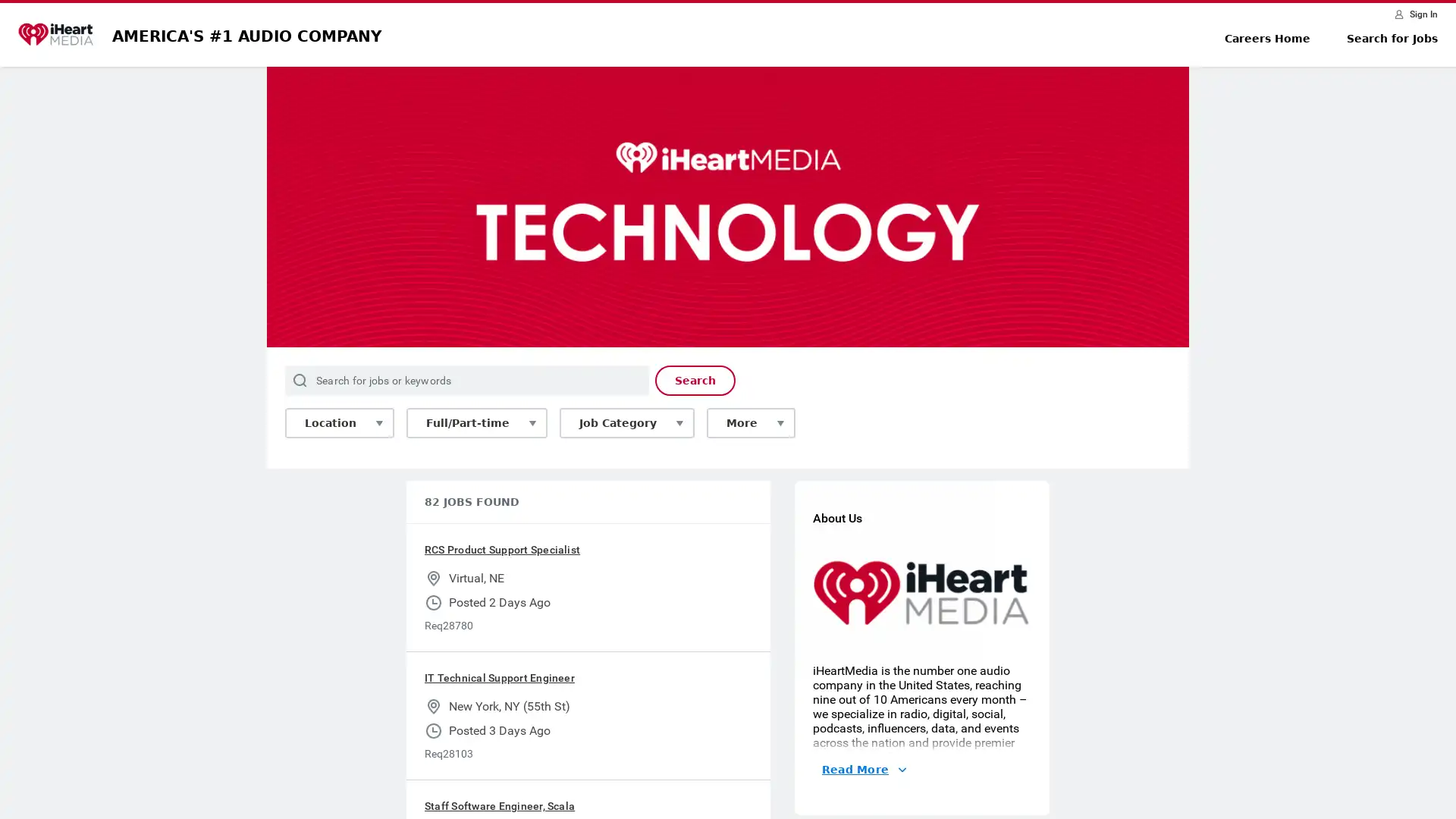 The width and height of the screenshot is (1456, 819). Describe the element at coordinates (595, 423) in the screenshot. I see `Job Category` at that location.